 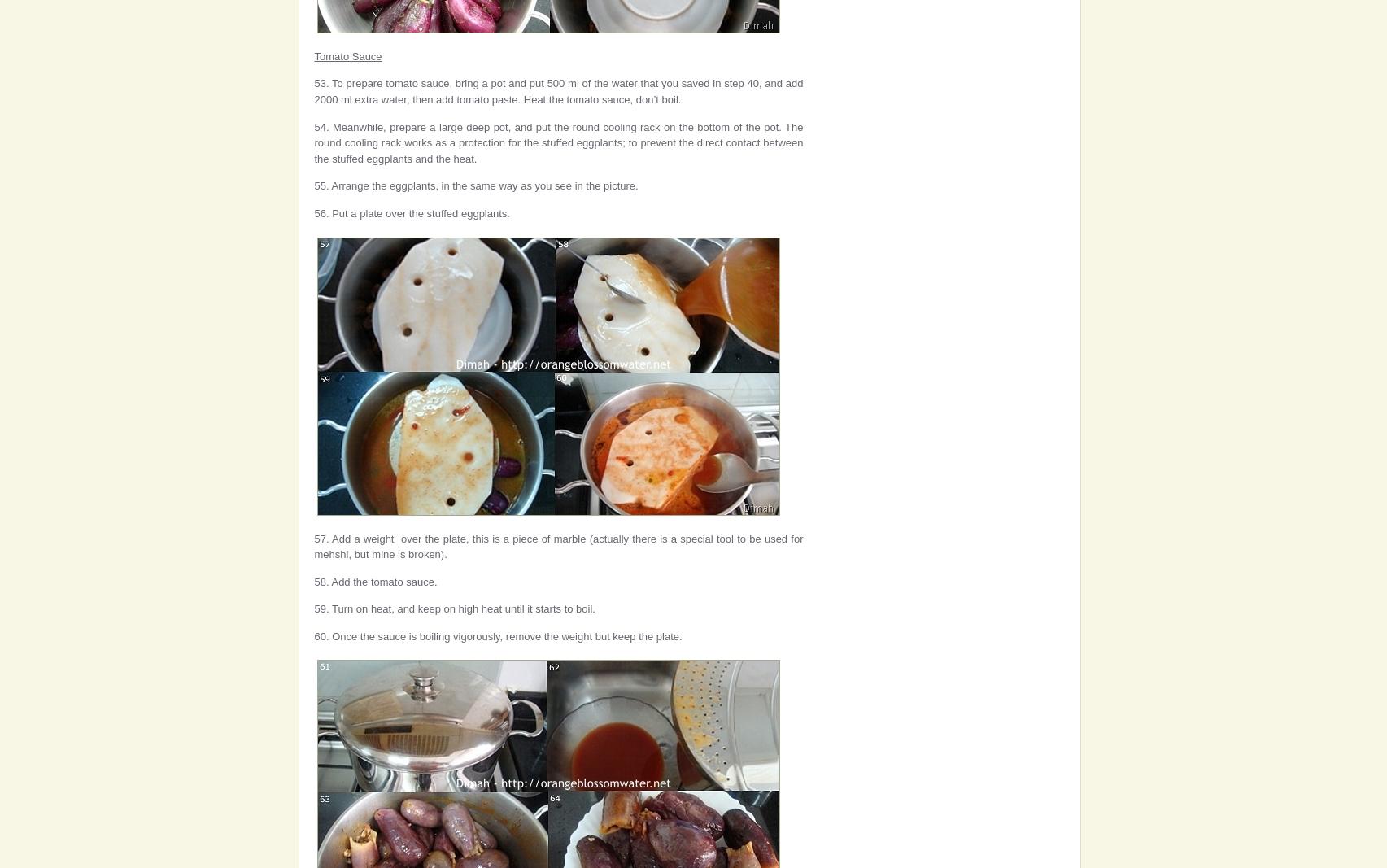 What do you see at coordinates (558, 90) in the screenshot?
I see `'53. To prepare tomato sauce, bring a pot and put 500 ml of the water that you saved in step 40, and add 2000 ml extra water, then add tomato paste'` at bounding box center [558, 90].